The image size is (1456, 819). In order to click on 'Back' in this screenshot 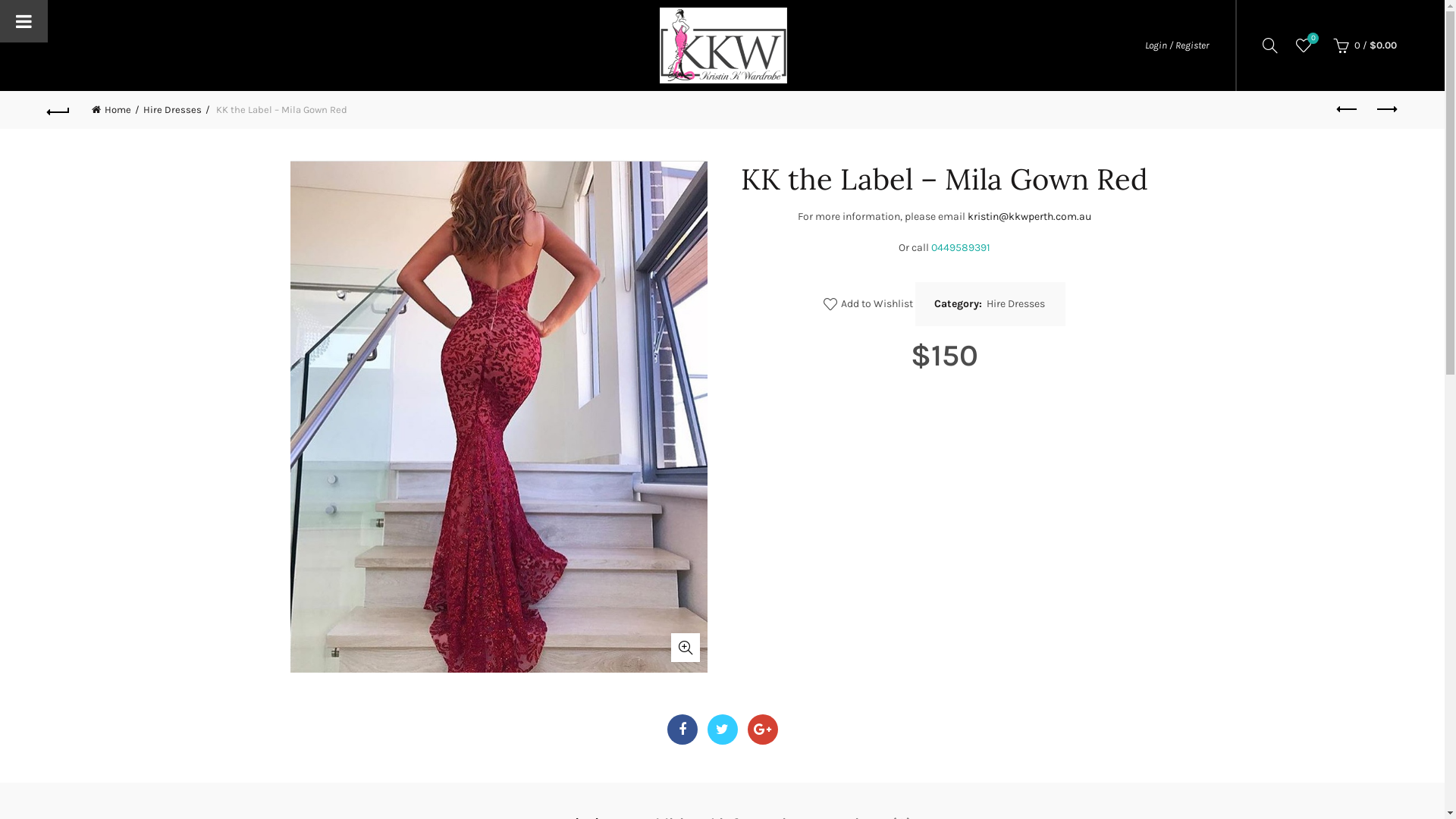, I will do `click(58, 109)`.